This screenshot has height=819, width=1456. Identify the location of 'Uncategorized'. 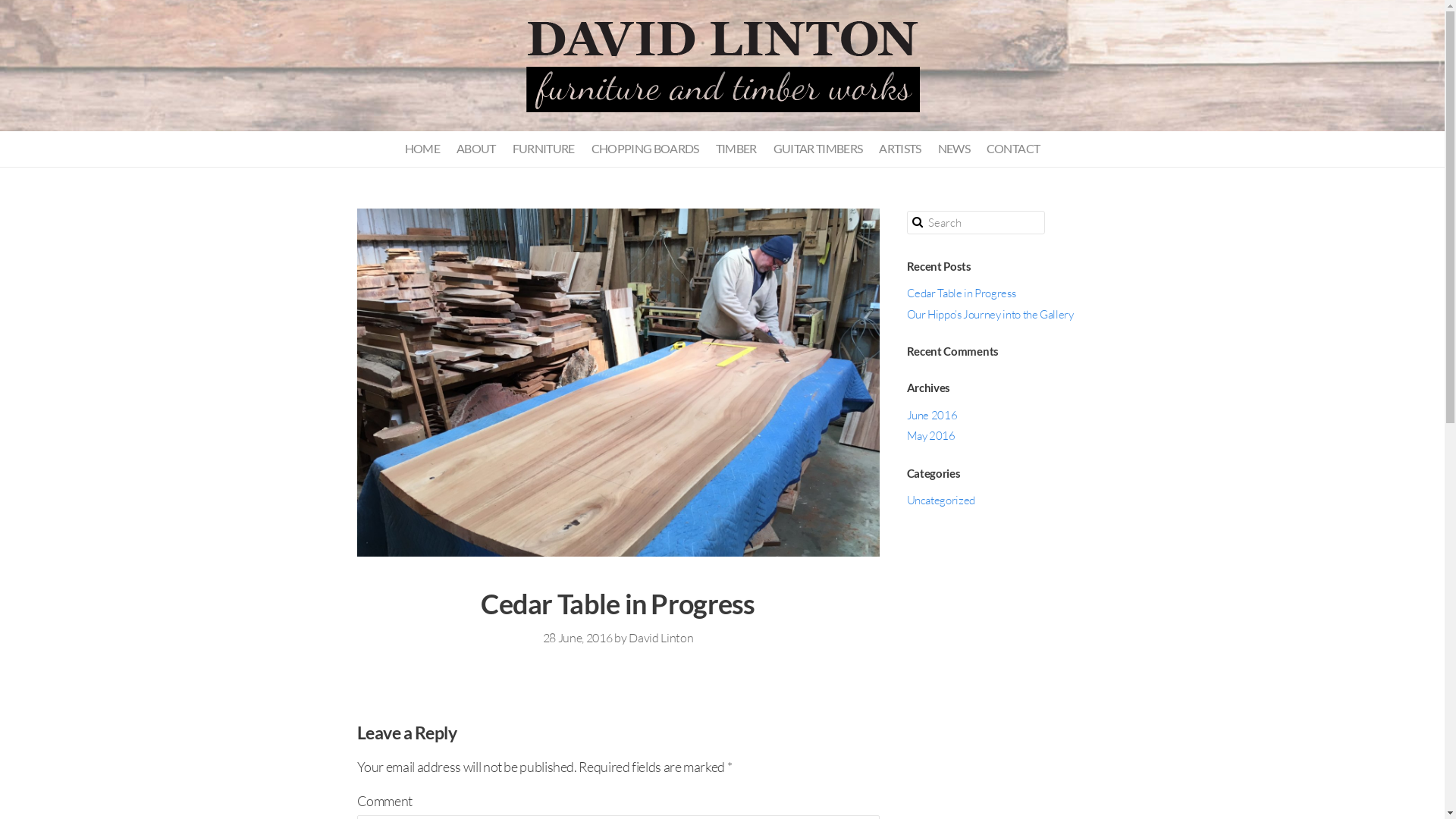
(940, 500).